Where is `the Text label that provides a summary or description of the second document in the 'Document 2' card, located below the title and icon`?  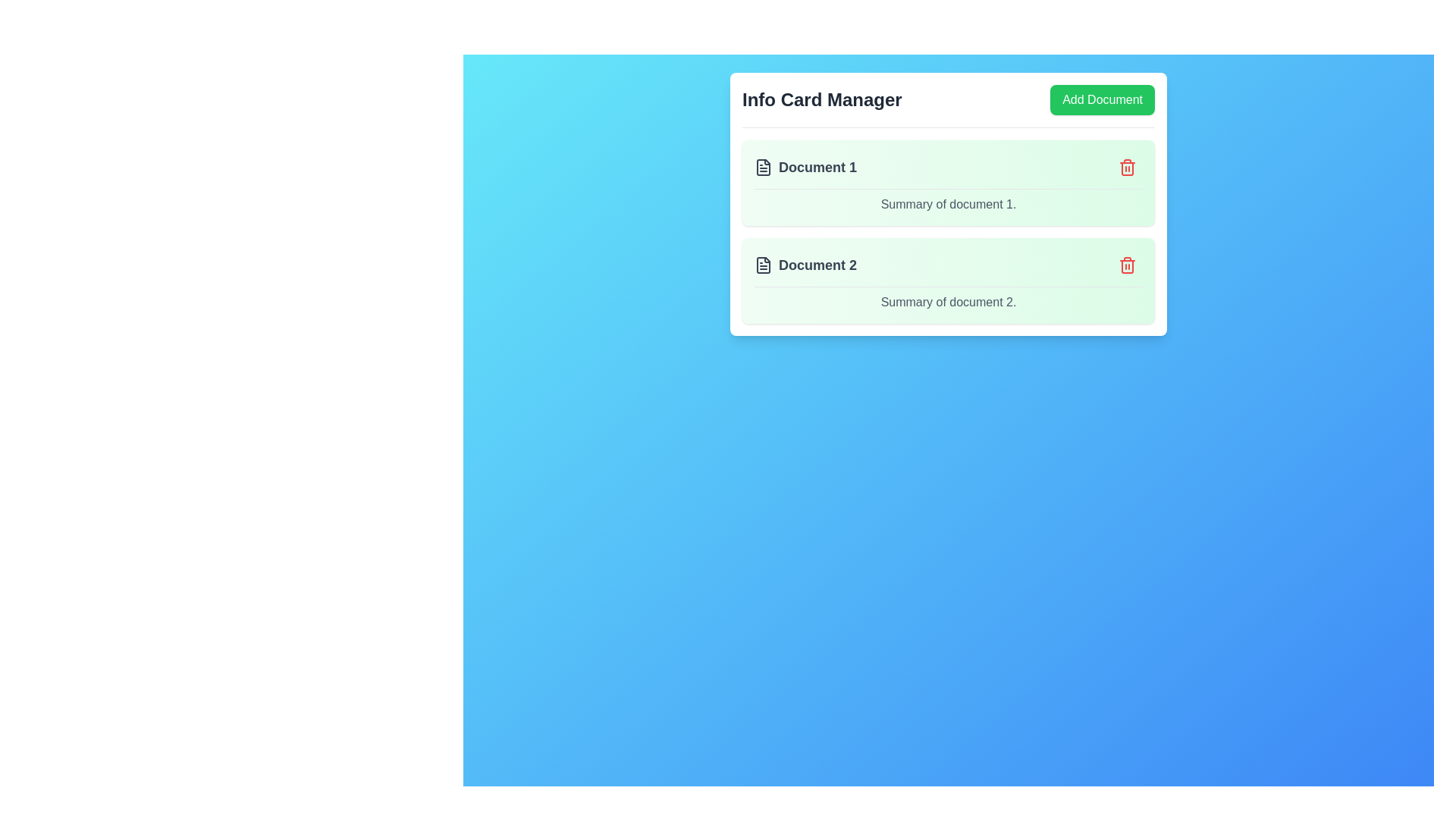
the Text label that provides a summary or description of the second document in the 'Document 2' card, located below the title and icon is located at coordinates (948, 302).